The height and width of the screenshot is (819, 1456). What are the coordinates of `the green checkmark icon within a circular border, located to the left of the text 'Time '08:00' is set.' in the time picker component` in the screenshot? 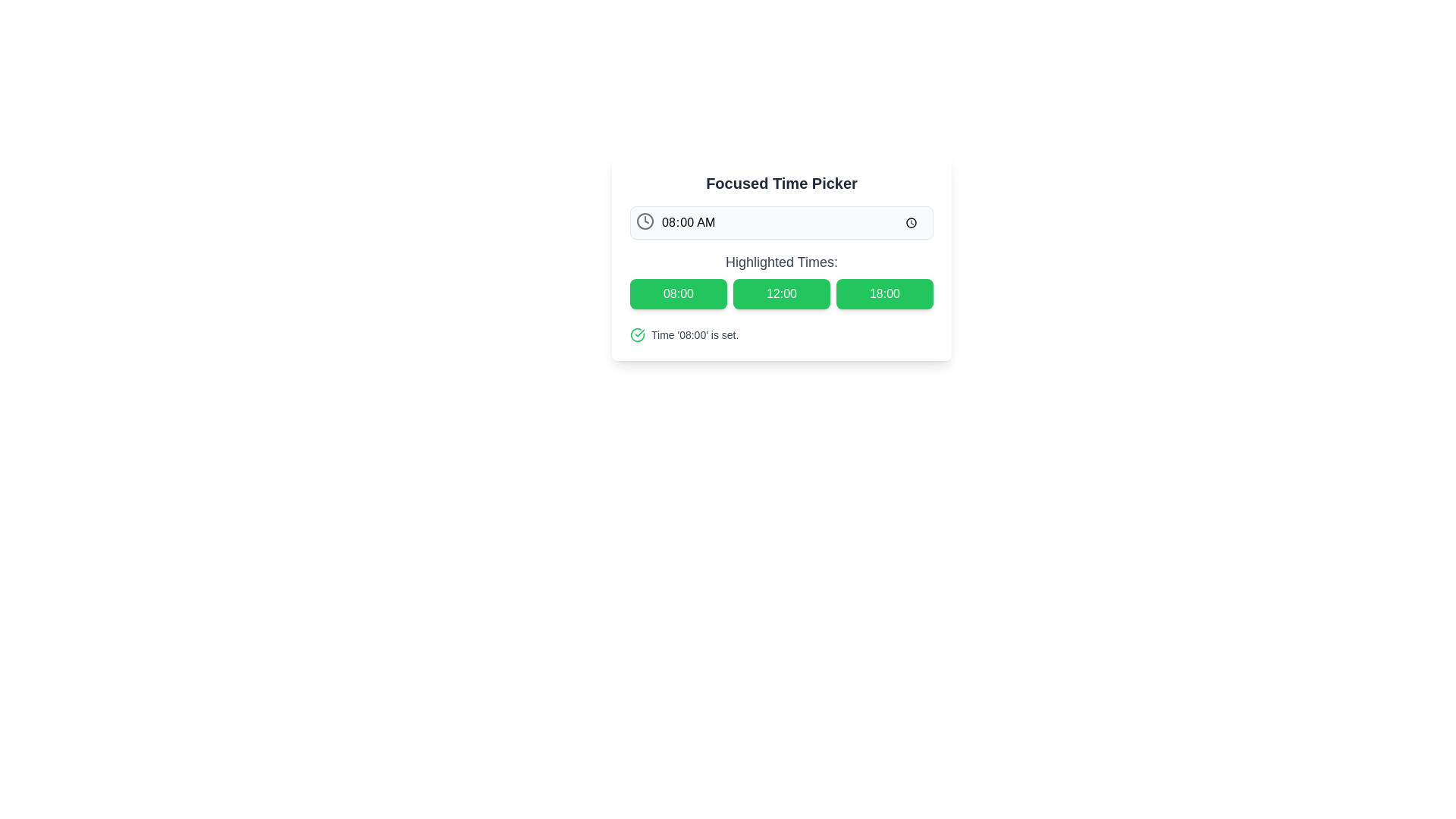 It's located at (637, 334).